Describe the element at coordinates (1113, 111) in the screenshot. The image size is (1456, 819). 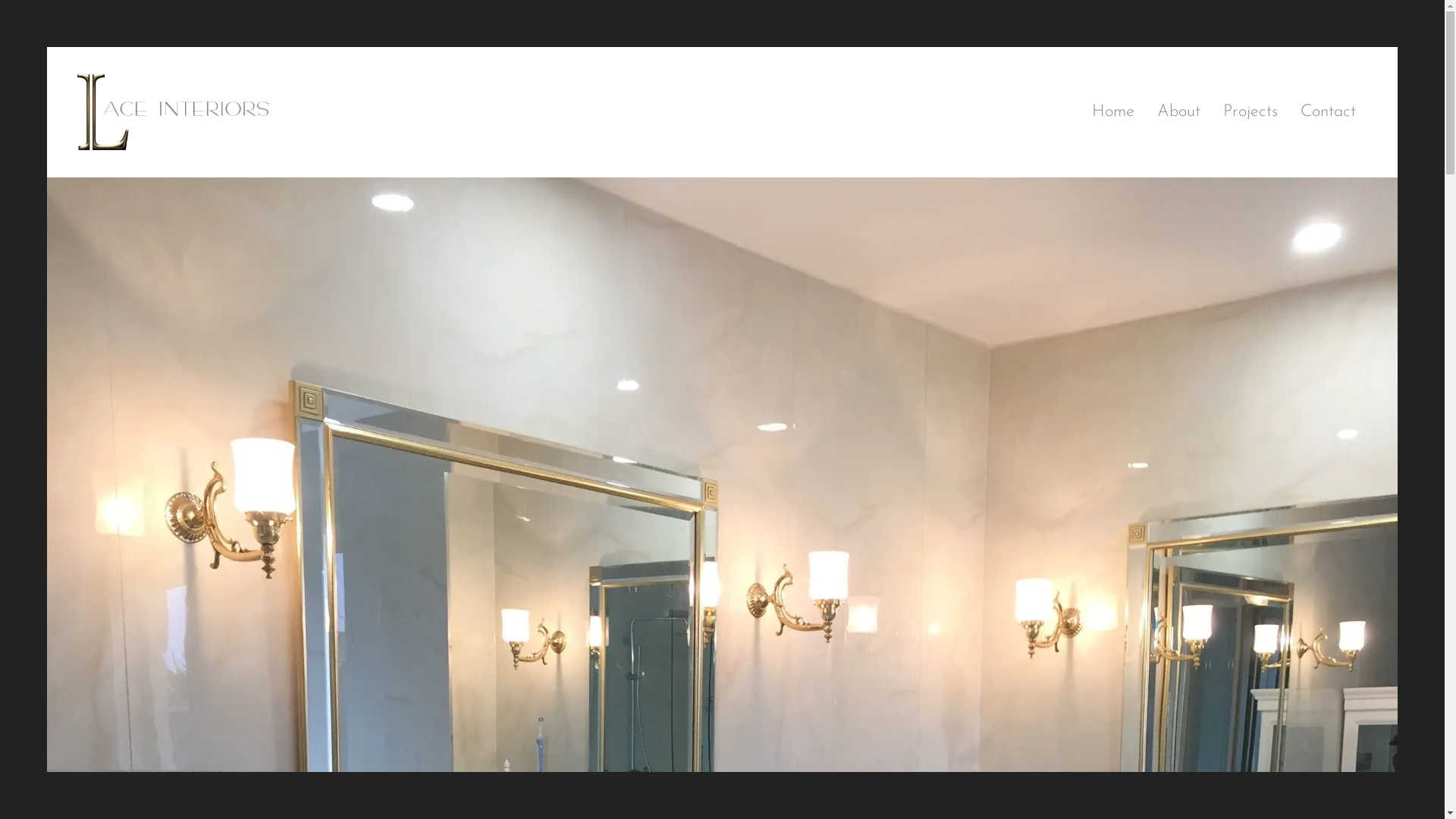
I see `'Home'` at that location.